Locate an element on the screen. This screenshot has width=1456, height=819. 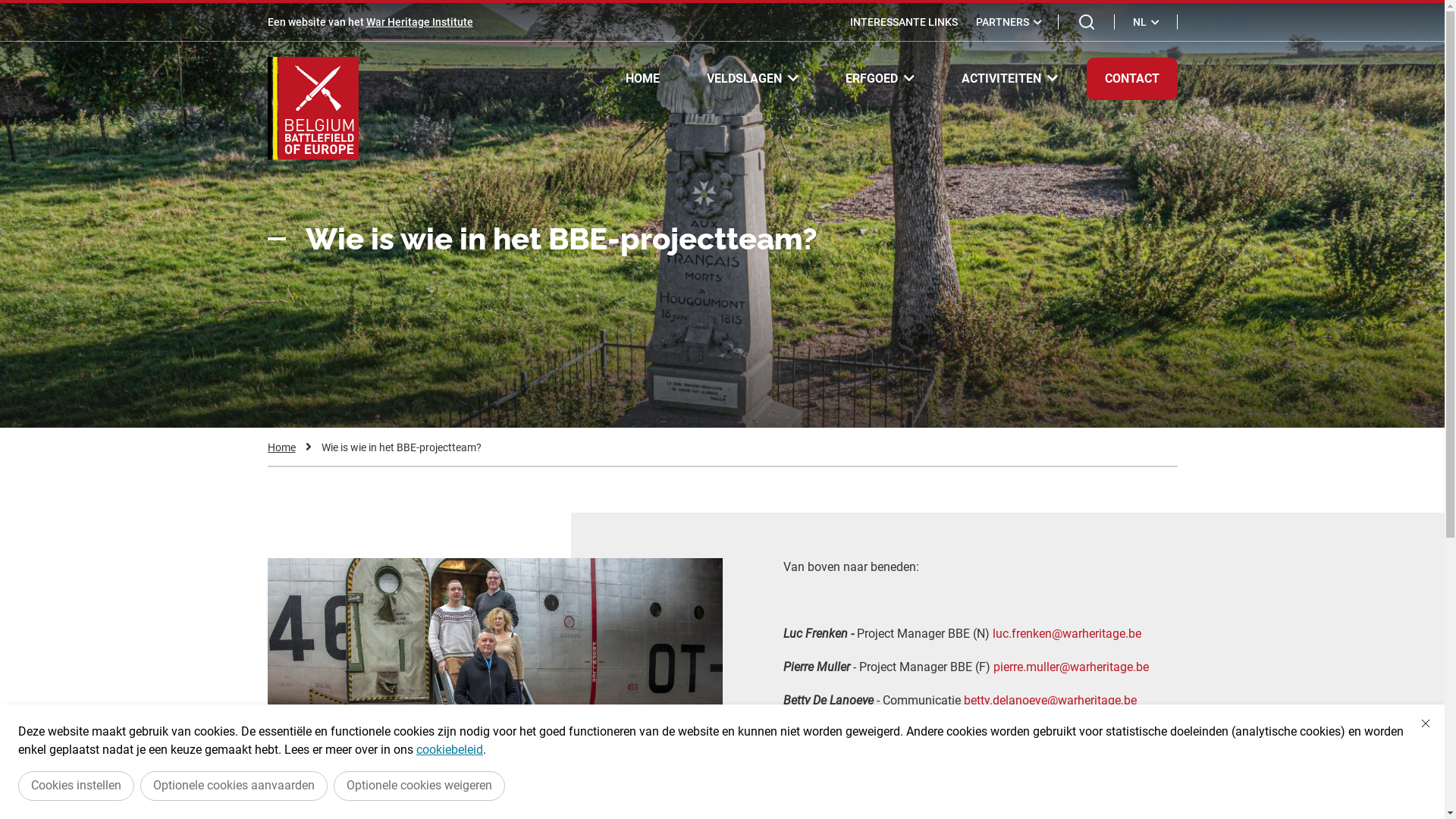
'War Heritage Institute' is located at coordinates (419, 22).